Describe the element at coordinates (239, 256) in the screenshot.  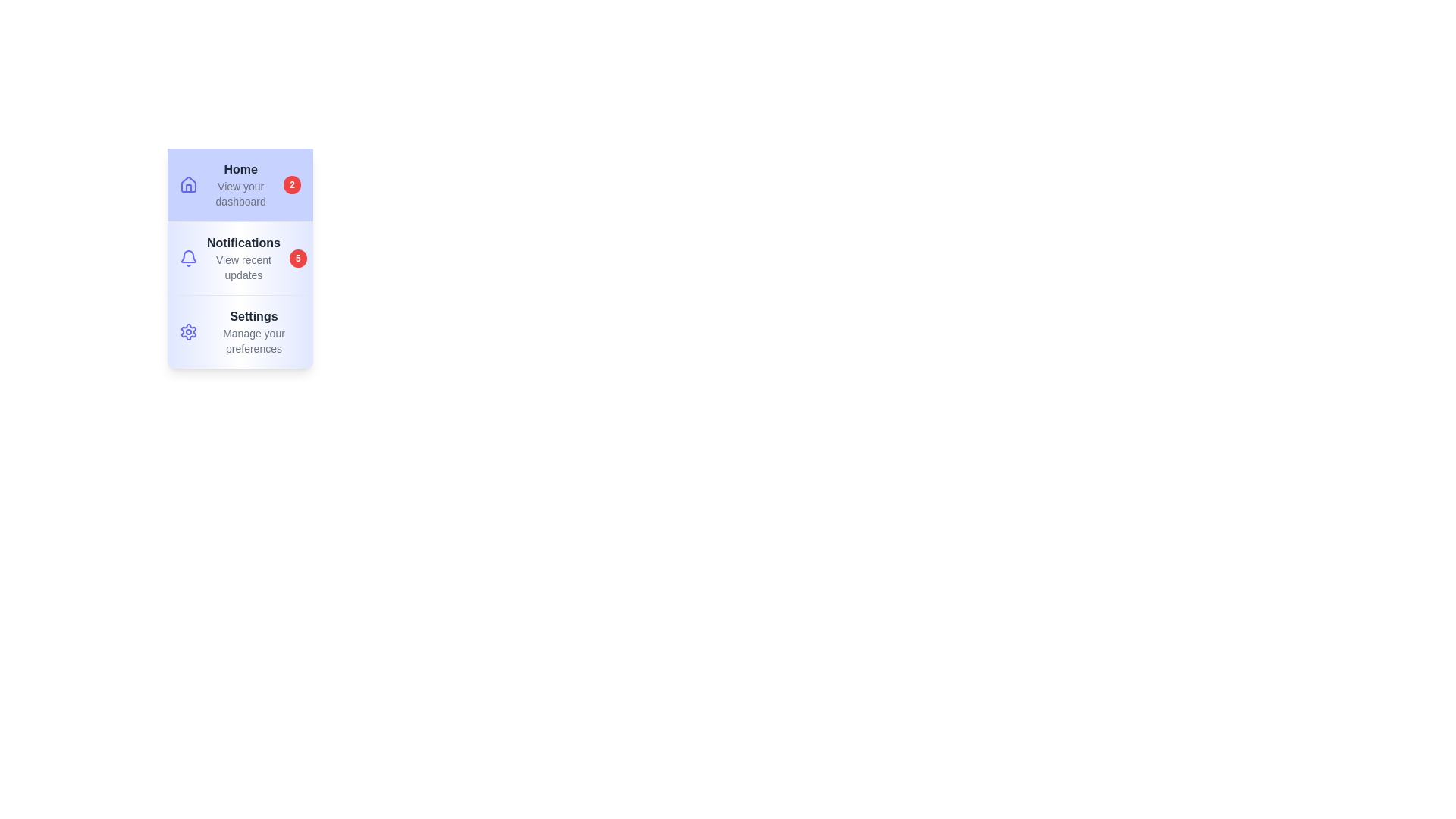
I see `the menu item labeled Notifications` at that location.